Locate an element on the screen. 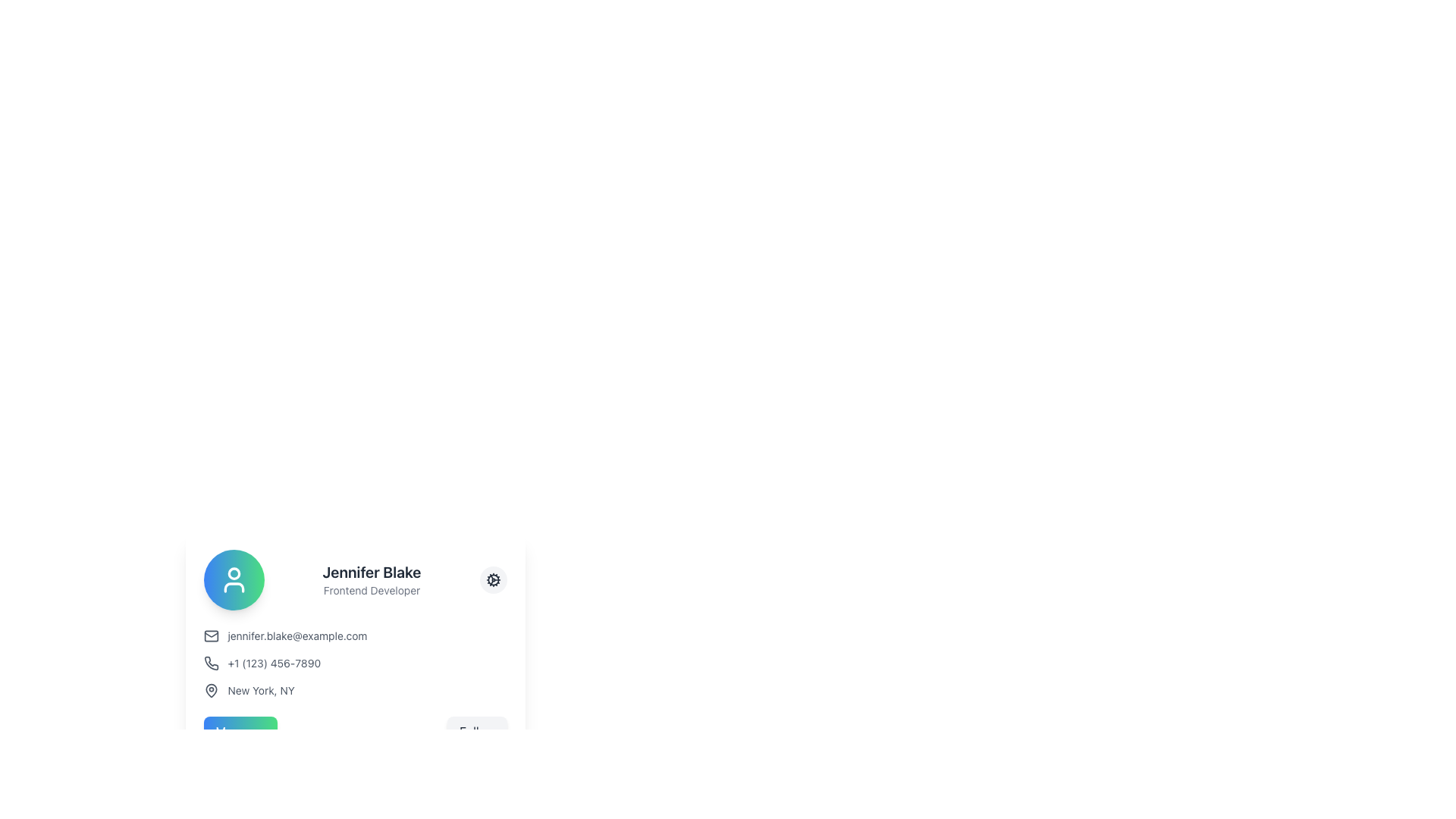  the SVG Circle element, which is centrally located within the profile image icon on the top left corner of the user information card is located at coordinates (233, 573).